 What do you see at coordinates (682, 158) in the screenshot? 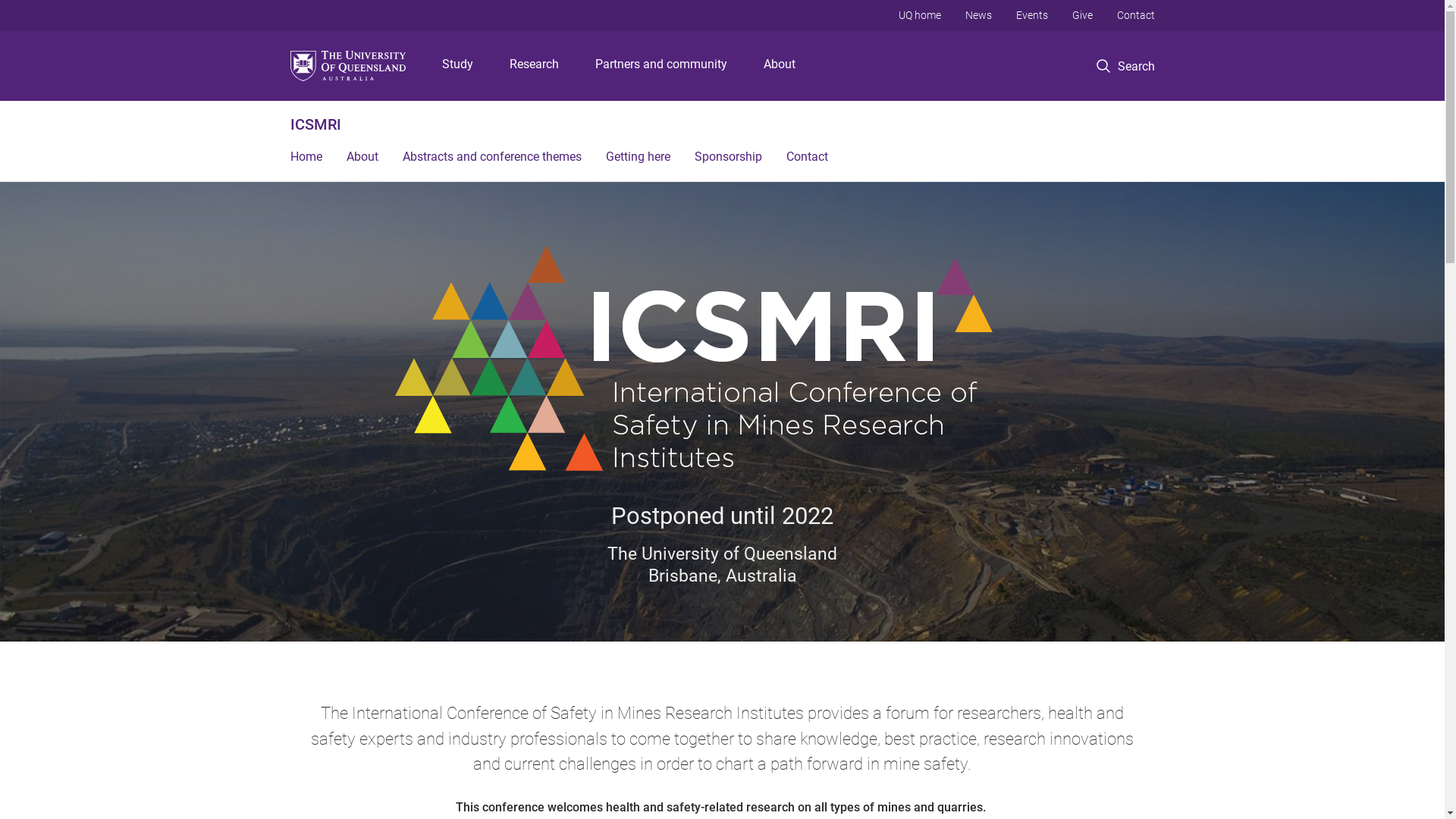
I see `'Sponsorship'` at bounding box center [682, 158].